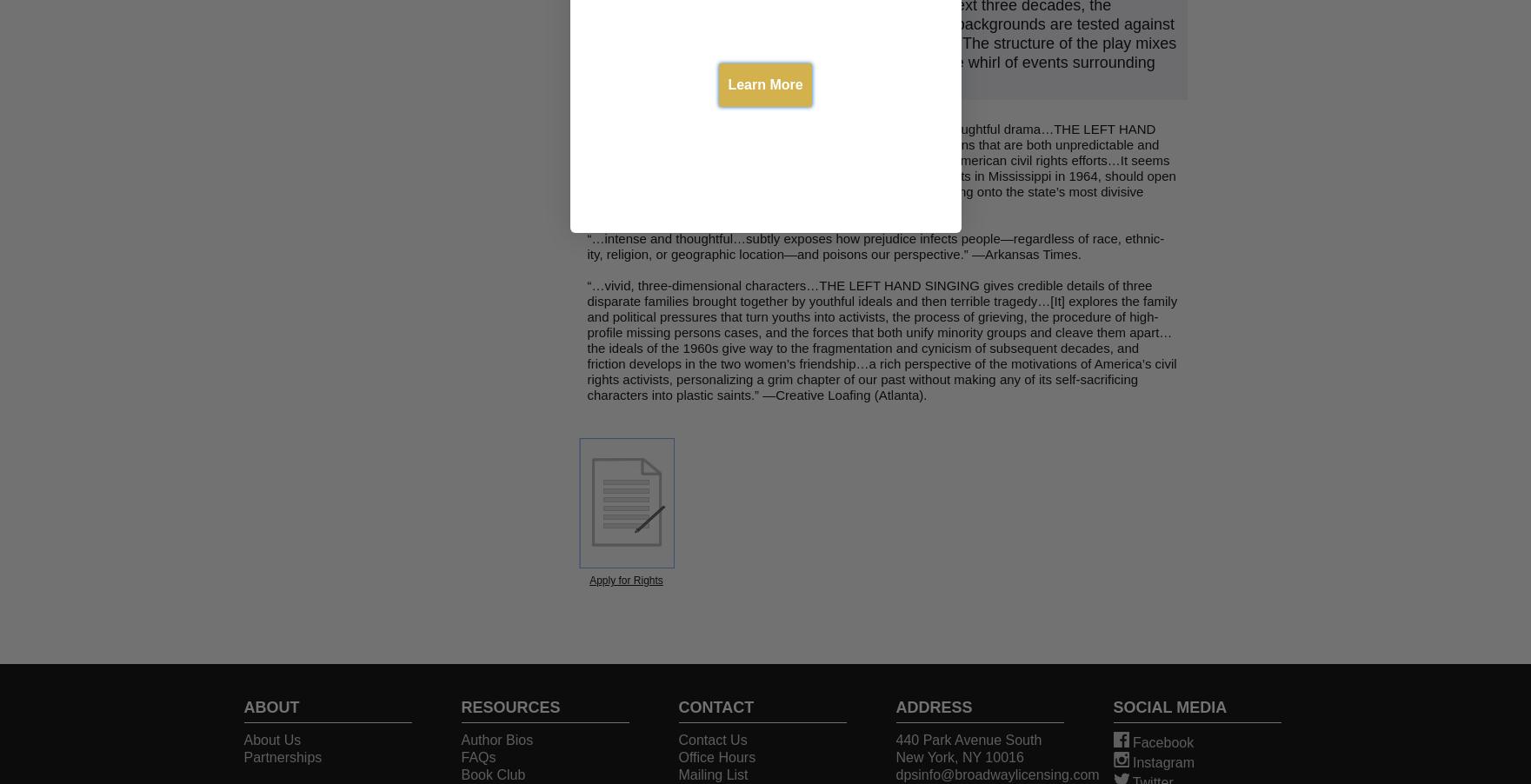  I want to click on 'CONTACT', so click(677, 706).